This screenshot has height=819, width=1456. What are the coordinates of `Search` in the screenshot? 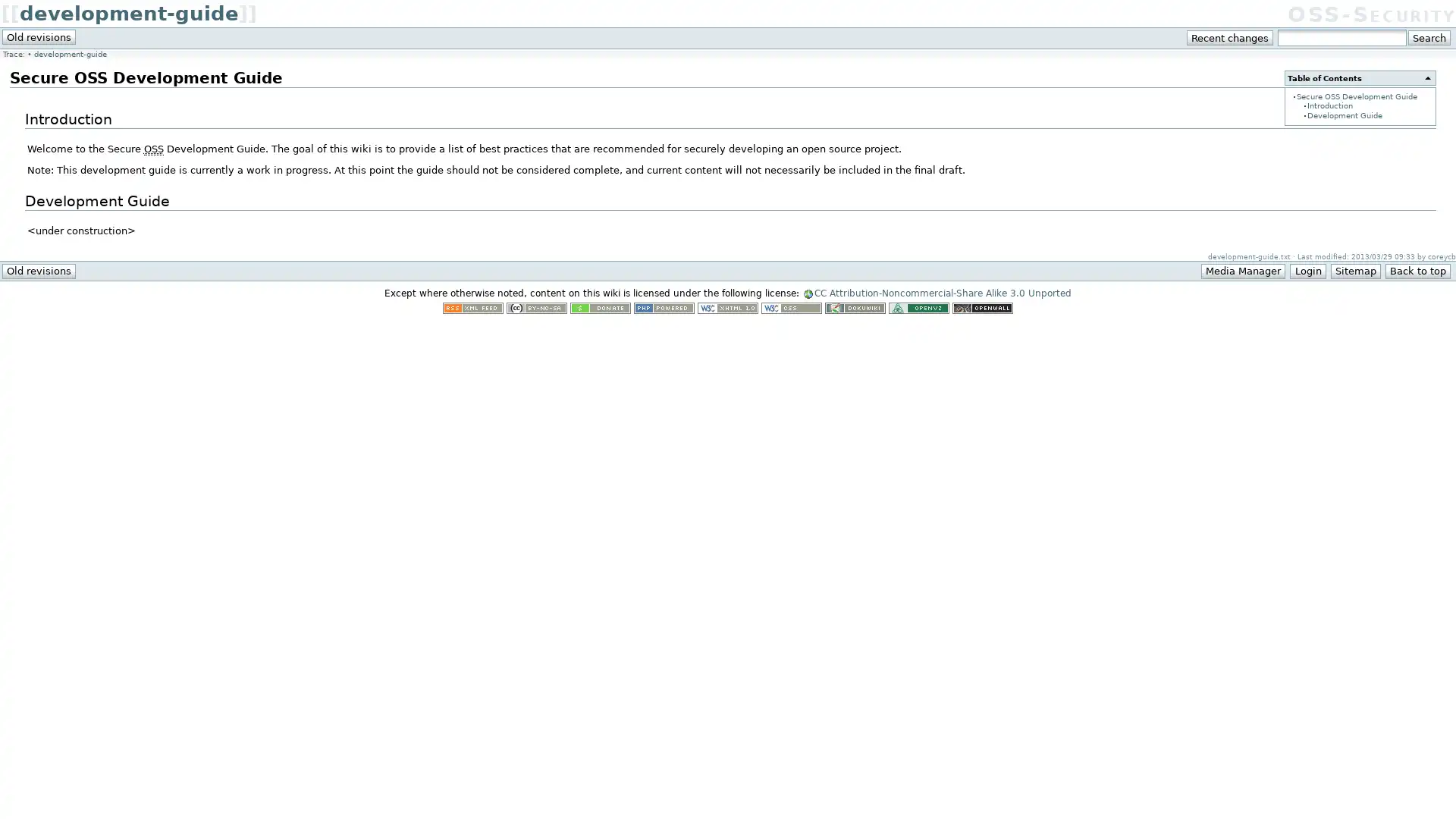 It's located at (1428, 37).